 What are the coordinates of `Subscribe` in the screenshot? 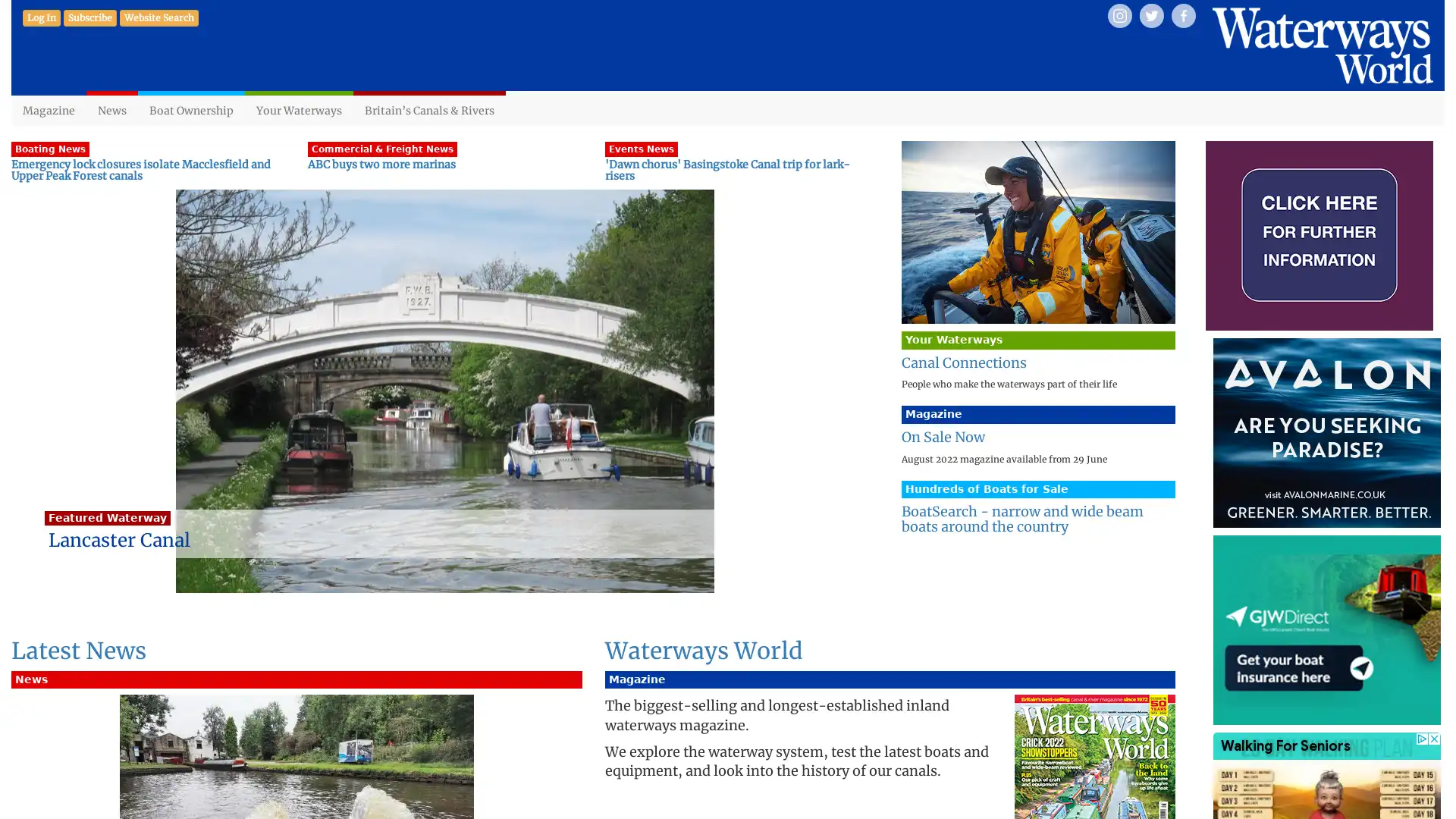 It's located at (89, 17).